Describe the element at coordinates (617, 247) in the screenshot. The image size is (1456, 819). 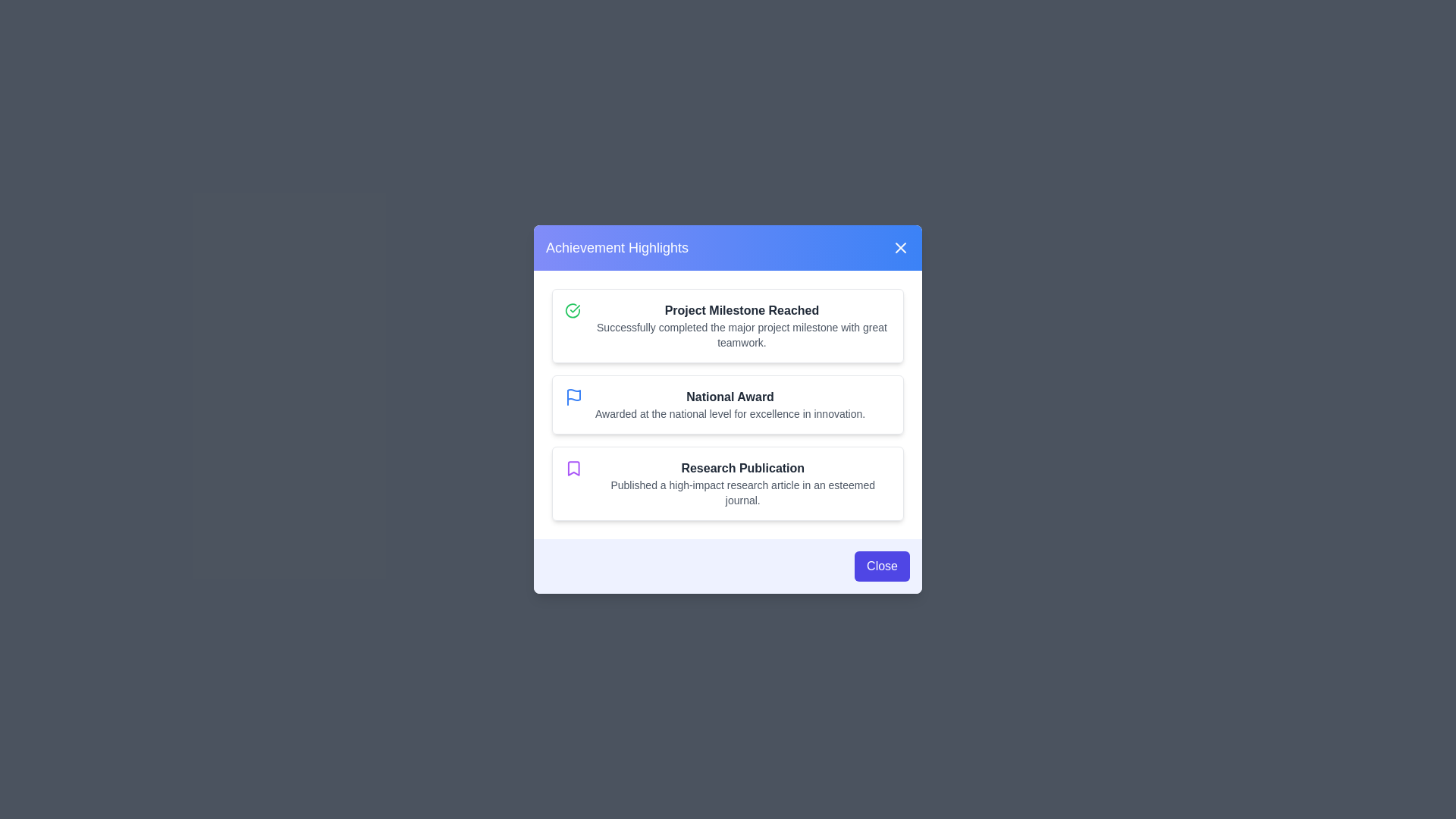
I see `the static text label that serves as a title or header for the modal content, located at the center-left of the horizontal bar at the top of the modal` at that location.